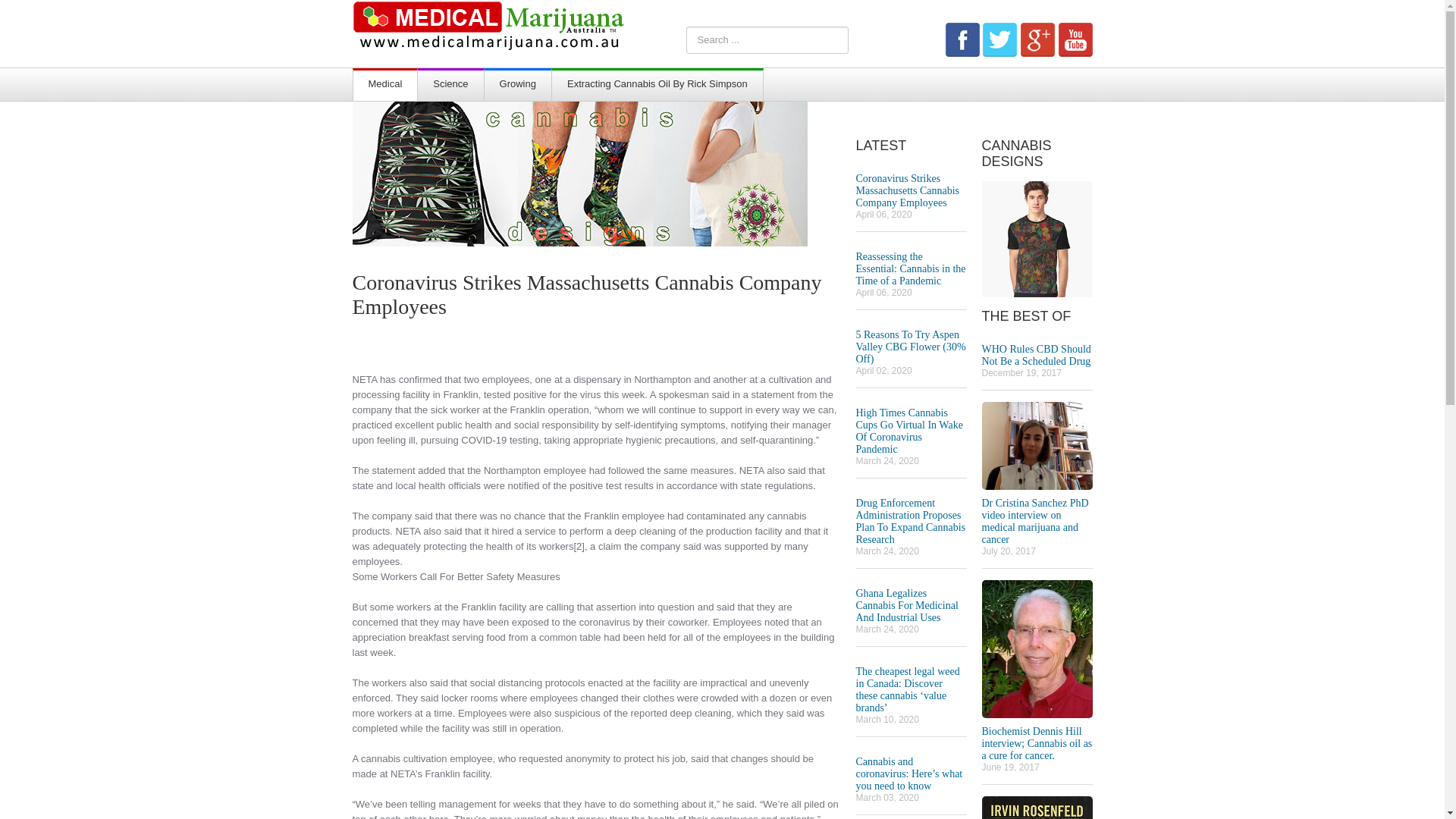  I want to click on 'WHO Rules CBD Should Not Be a Scheduled Drug', so click(1035, 355).